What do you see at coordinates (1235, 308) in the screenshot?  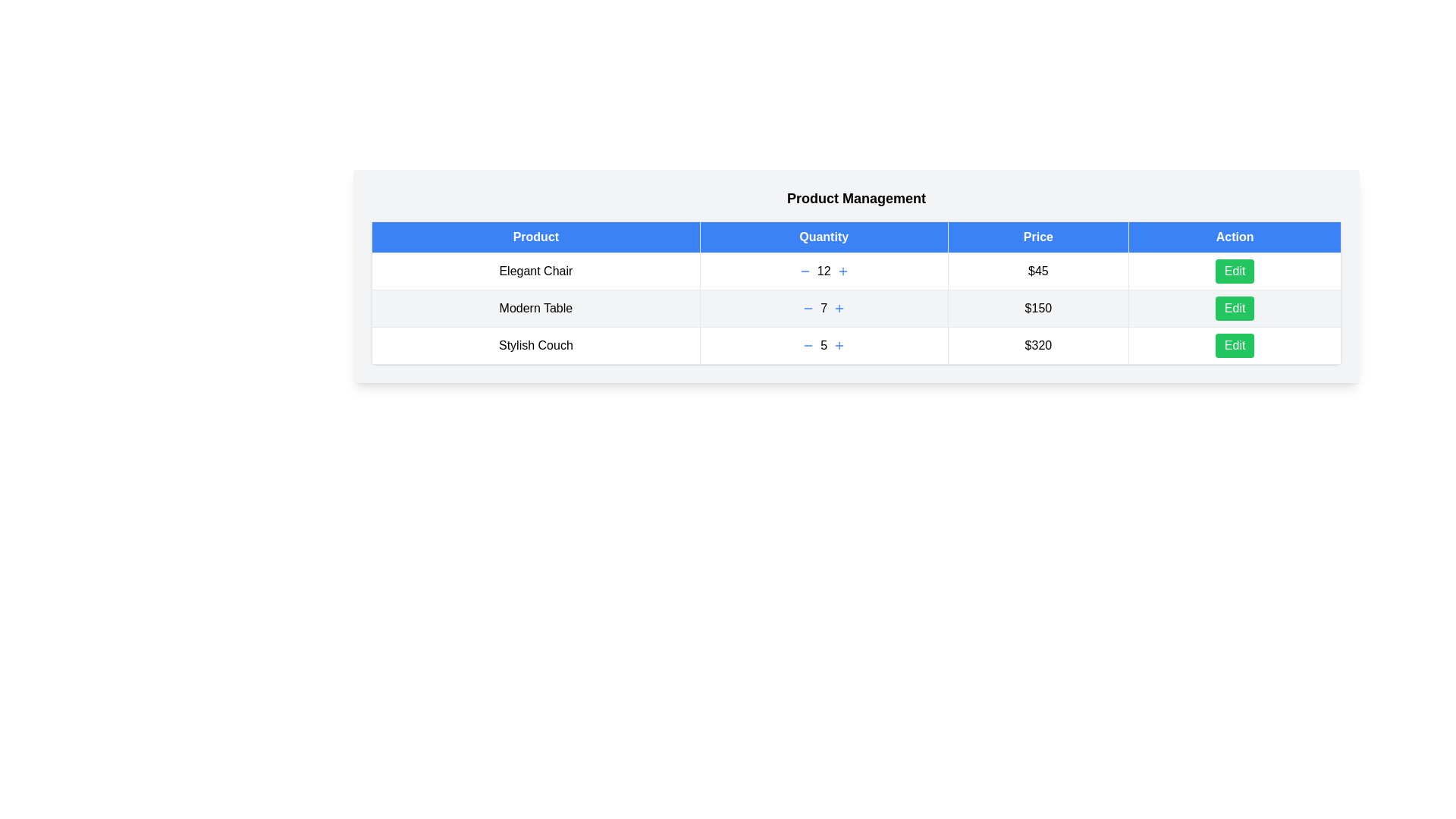 I see `the 'Edit' button for the product with description 'Modern Table'` at bounding box center [1235, 308].